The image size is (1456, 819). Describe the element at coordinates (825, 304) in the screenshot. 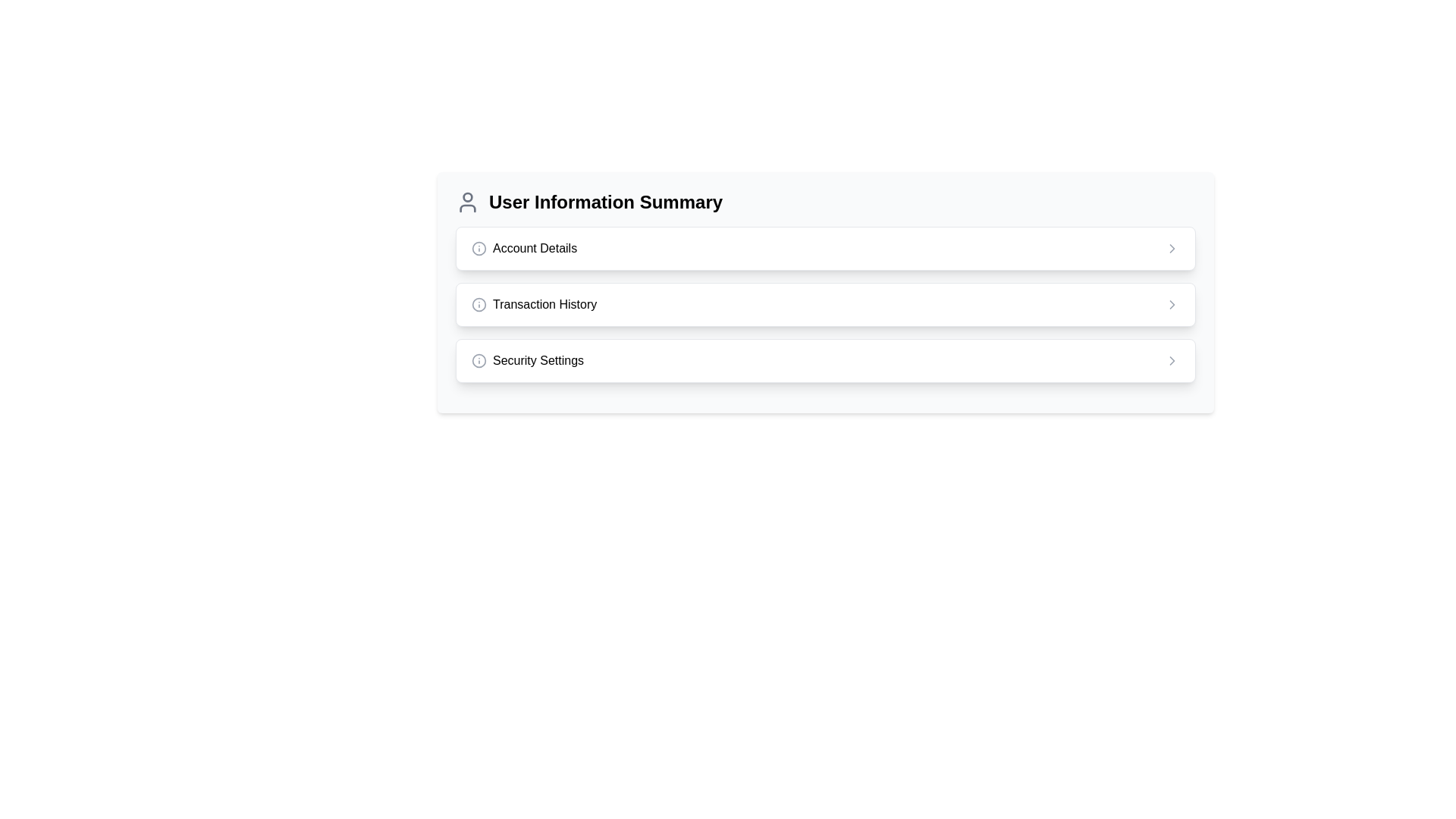

I see `the clickable list item for transaction history under the 'User Information Summary' section` at that location.